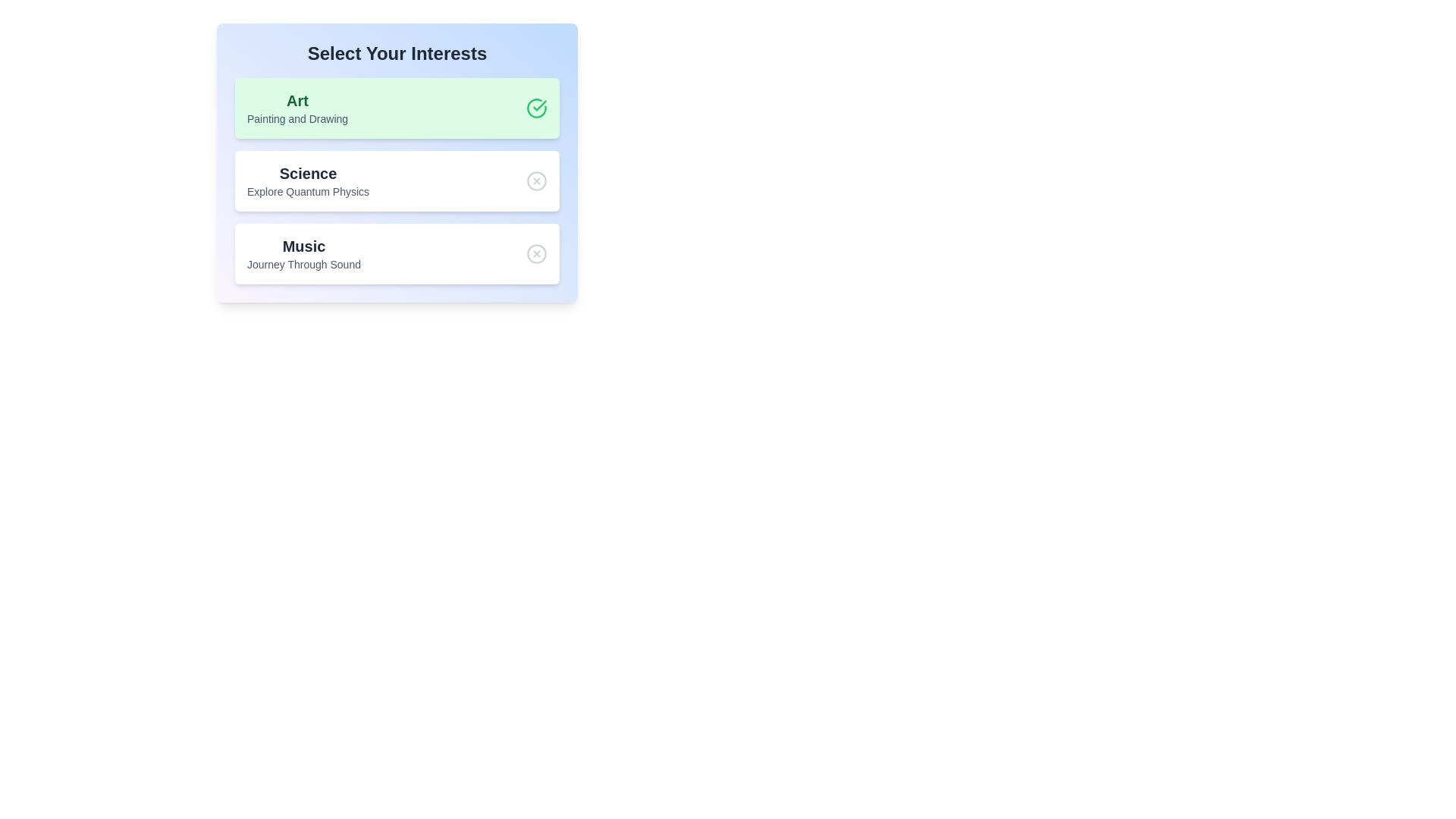 This screenshot has width=1456, height=819. I want to click on the chip labeled Science to observe the hover effect, so click(397, 180).